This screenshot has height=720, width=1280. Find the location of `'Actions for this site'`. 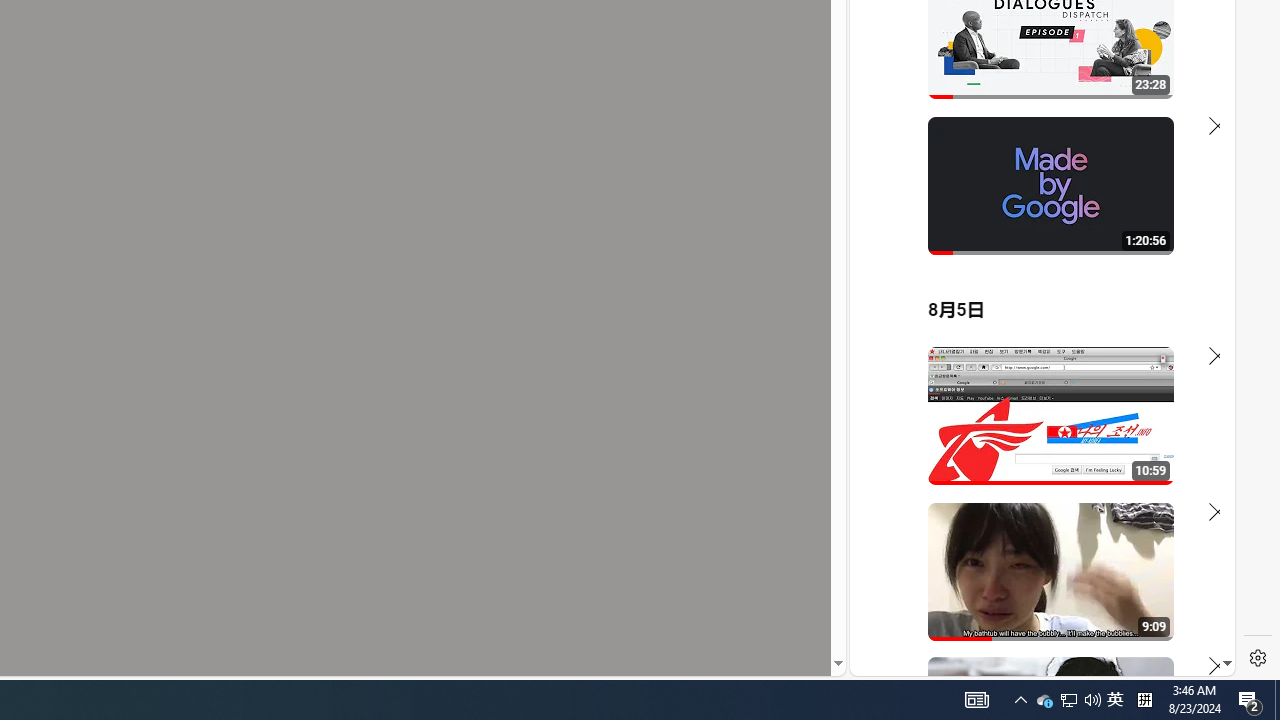

'Actions for this site' is located at coordinates (1131, 442).